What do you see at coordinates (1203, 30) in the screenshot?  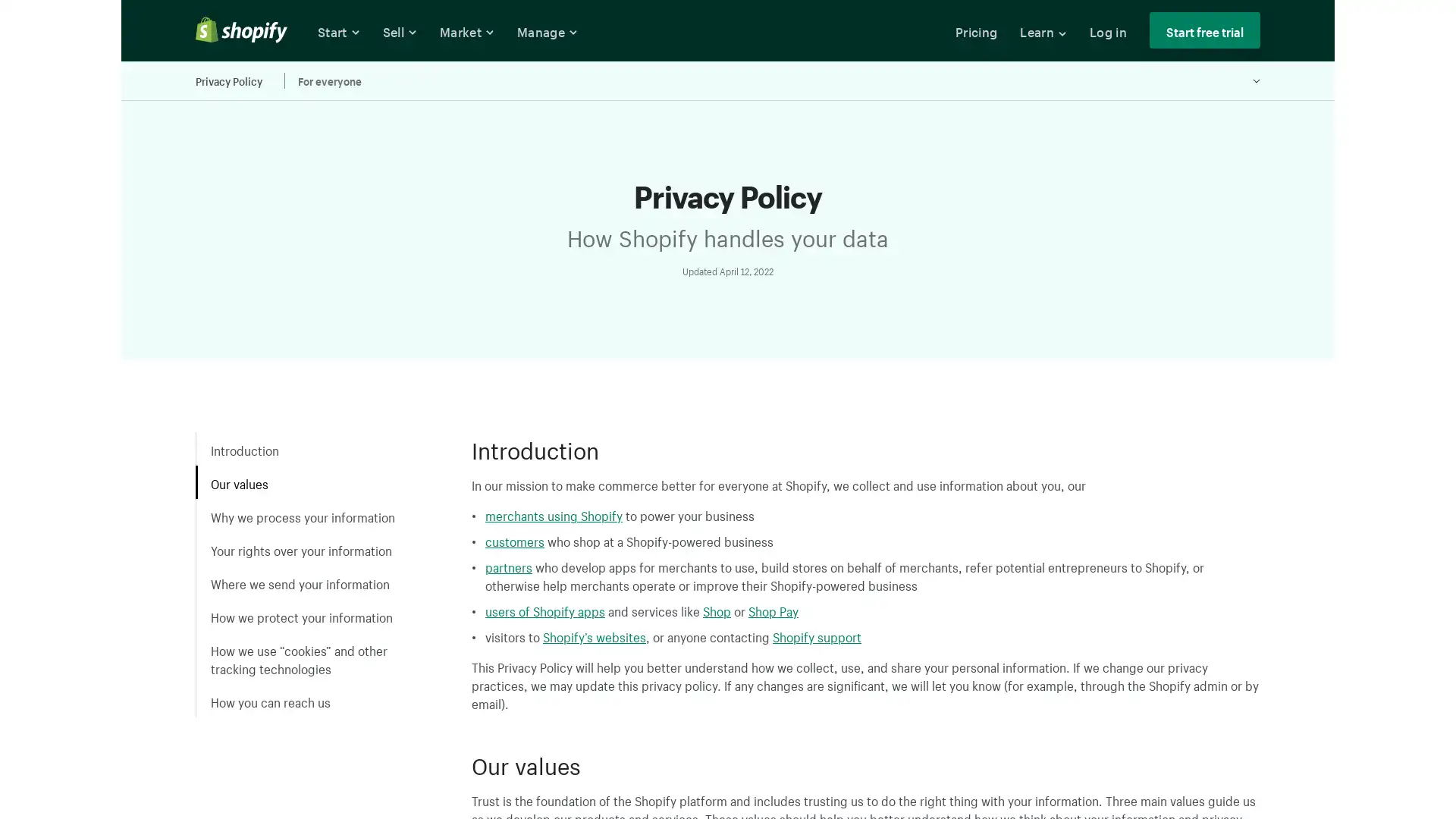 I see `Start free trial` at bounding box center [1203, 30].